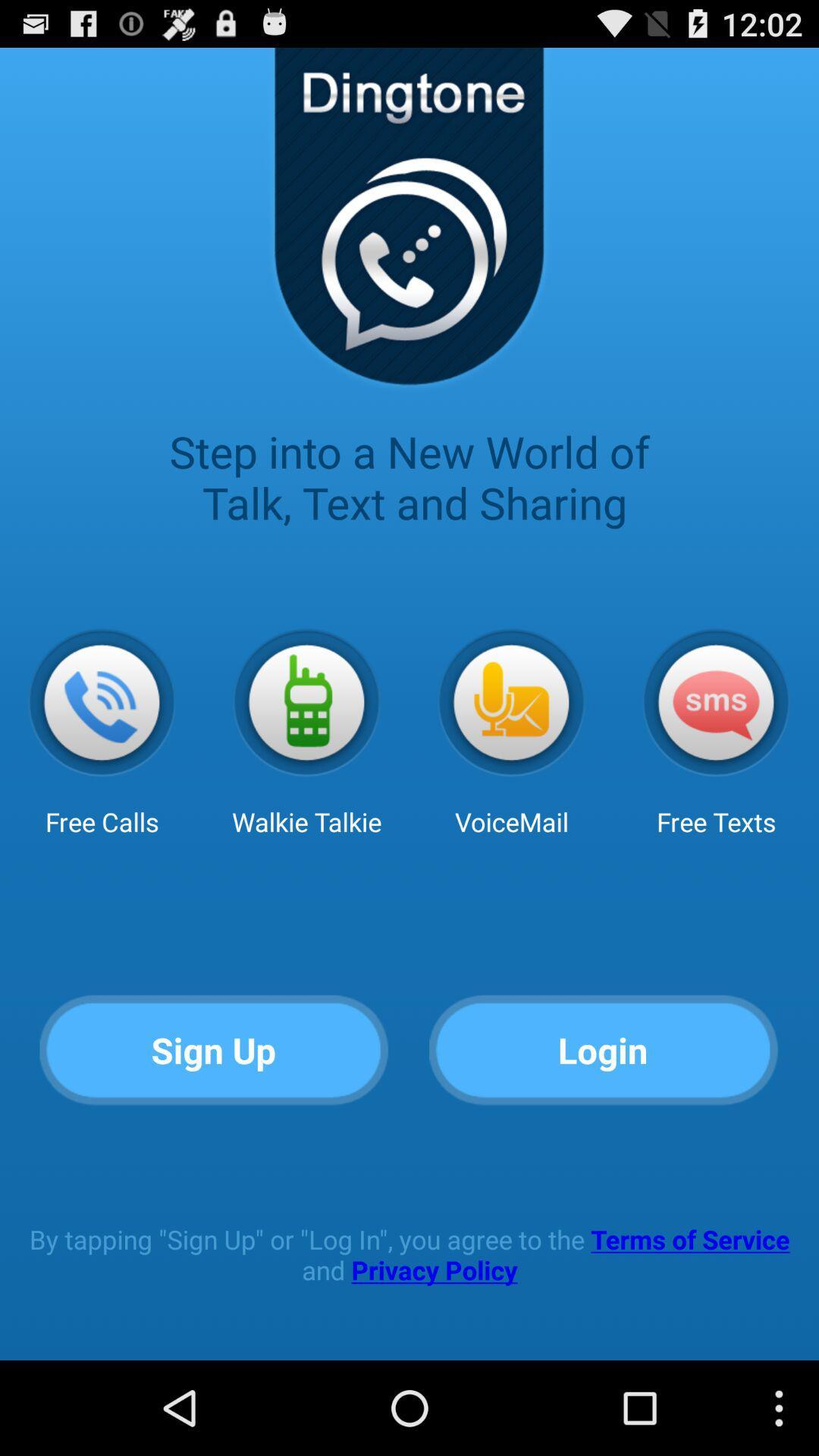  Describe the element at coordinates (409, 1254) in the screenshot. I see `by tapping sign item` at that location.